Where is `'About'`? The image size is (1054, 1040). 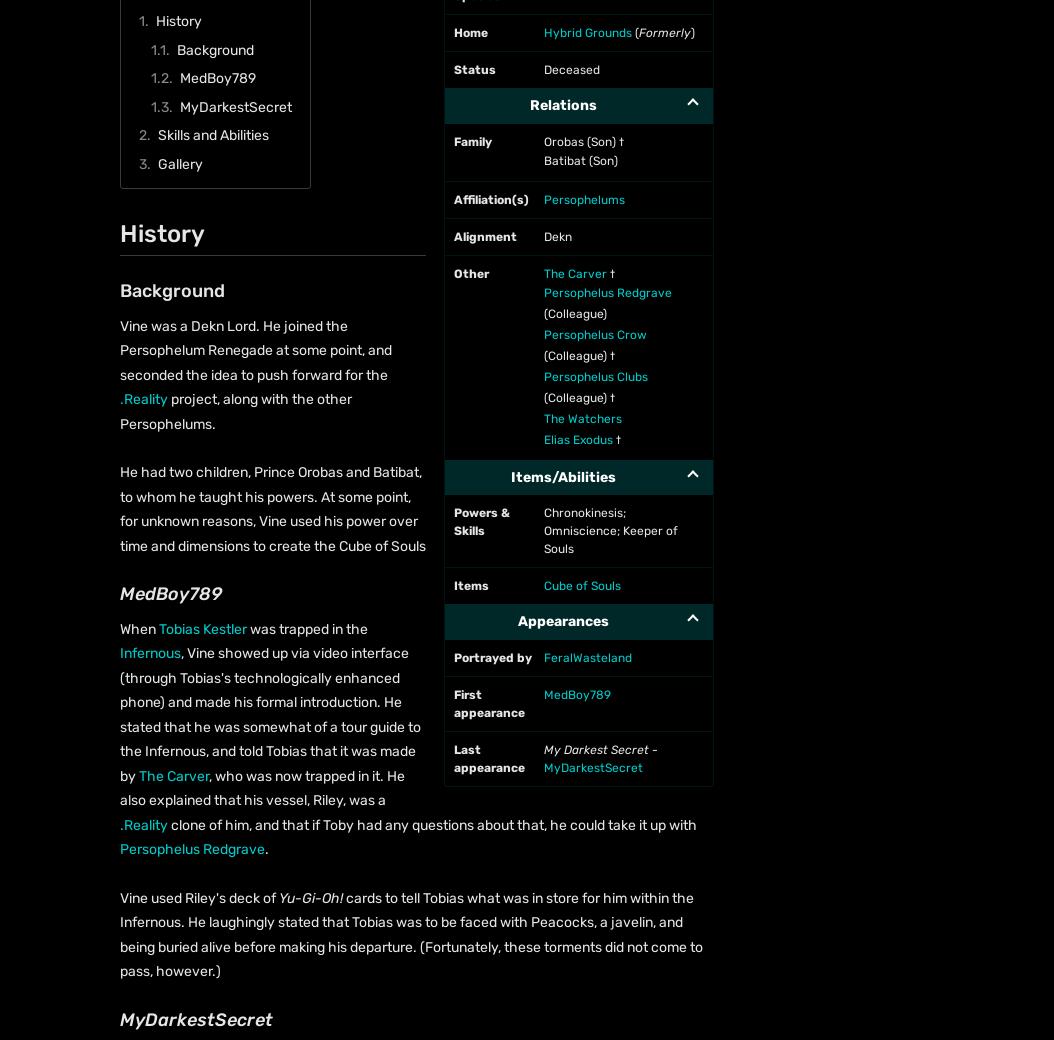 'About' is located at coordinates (101, 290).